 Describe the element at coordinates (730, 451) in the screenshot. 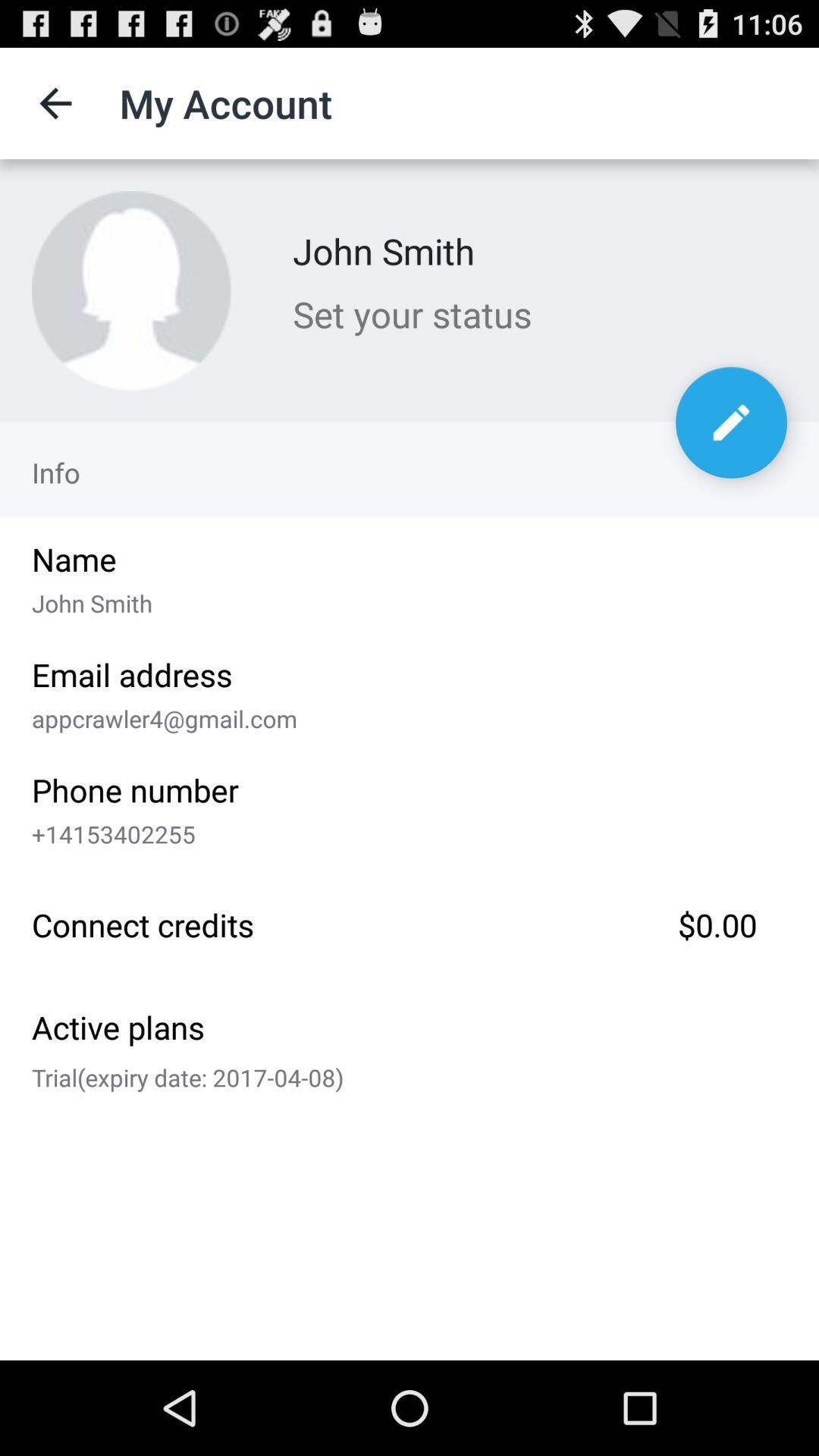

I see `the edit icon` at that location.